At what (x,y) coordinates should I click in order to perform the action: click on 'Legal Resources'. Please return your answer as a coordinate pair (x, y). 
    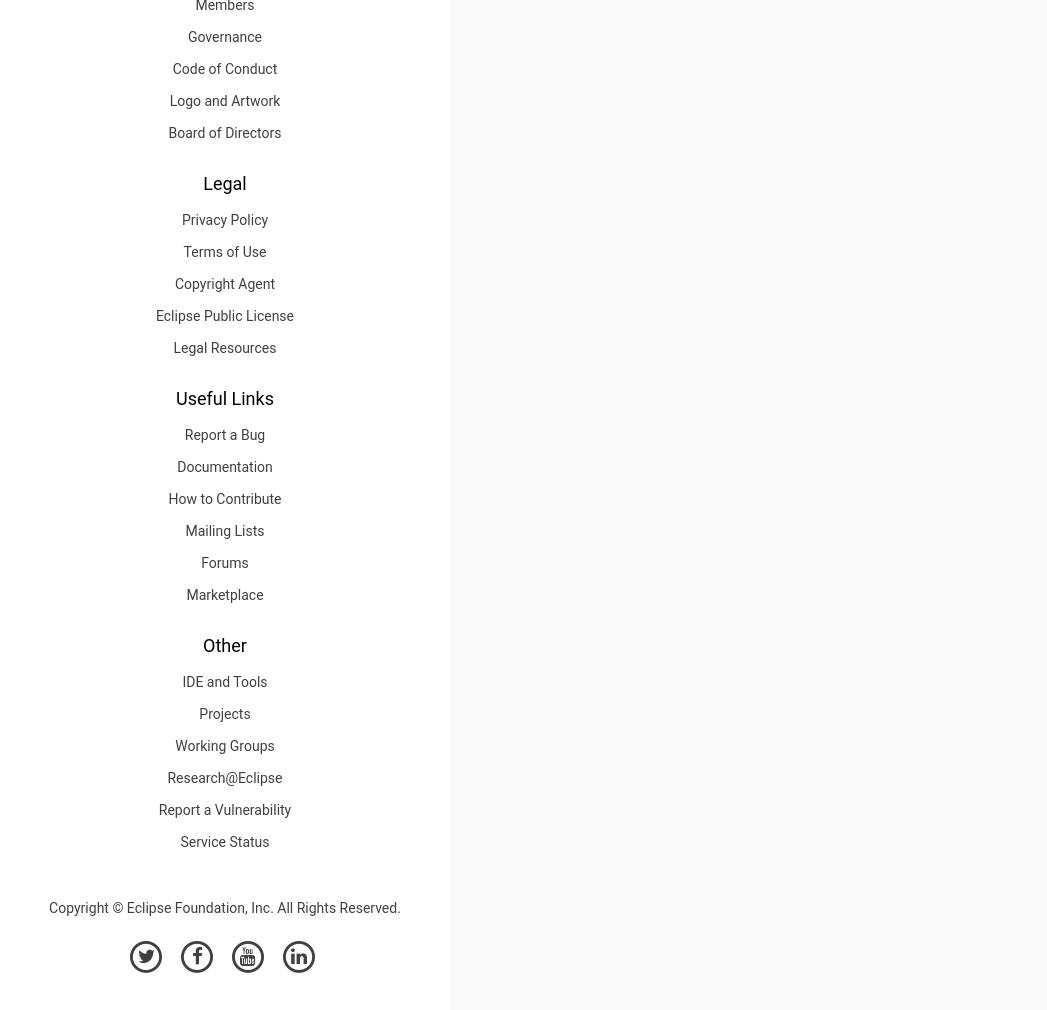
    Looking at the image, I should click on (223, 347).